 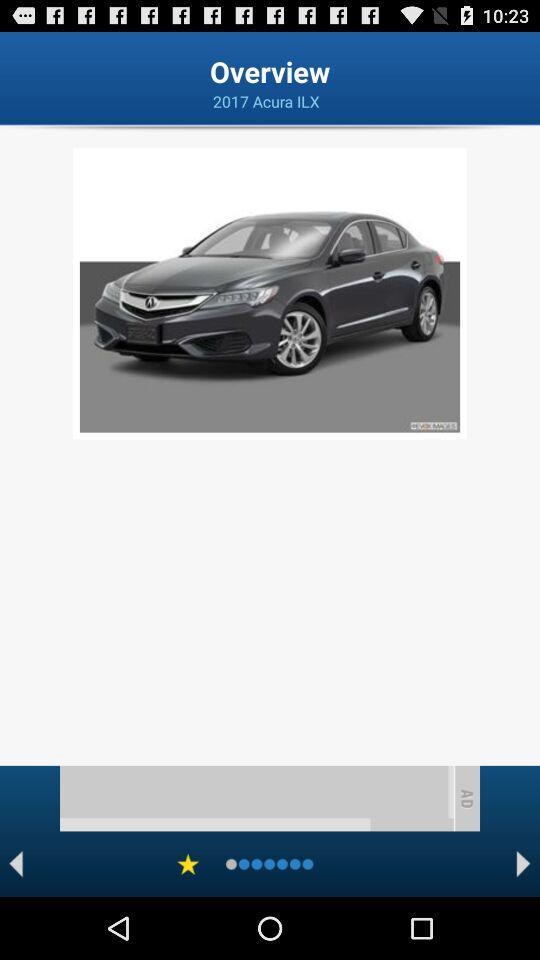 What do you see at coordinates (256, 798) in the screenshot?
I see `open advertisement link` at bounding box center [256, 798].